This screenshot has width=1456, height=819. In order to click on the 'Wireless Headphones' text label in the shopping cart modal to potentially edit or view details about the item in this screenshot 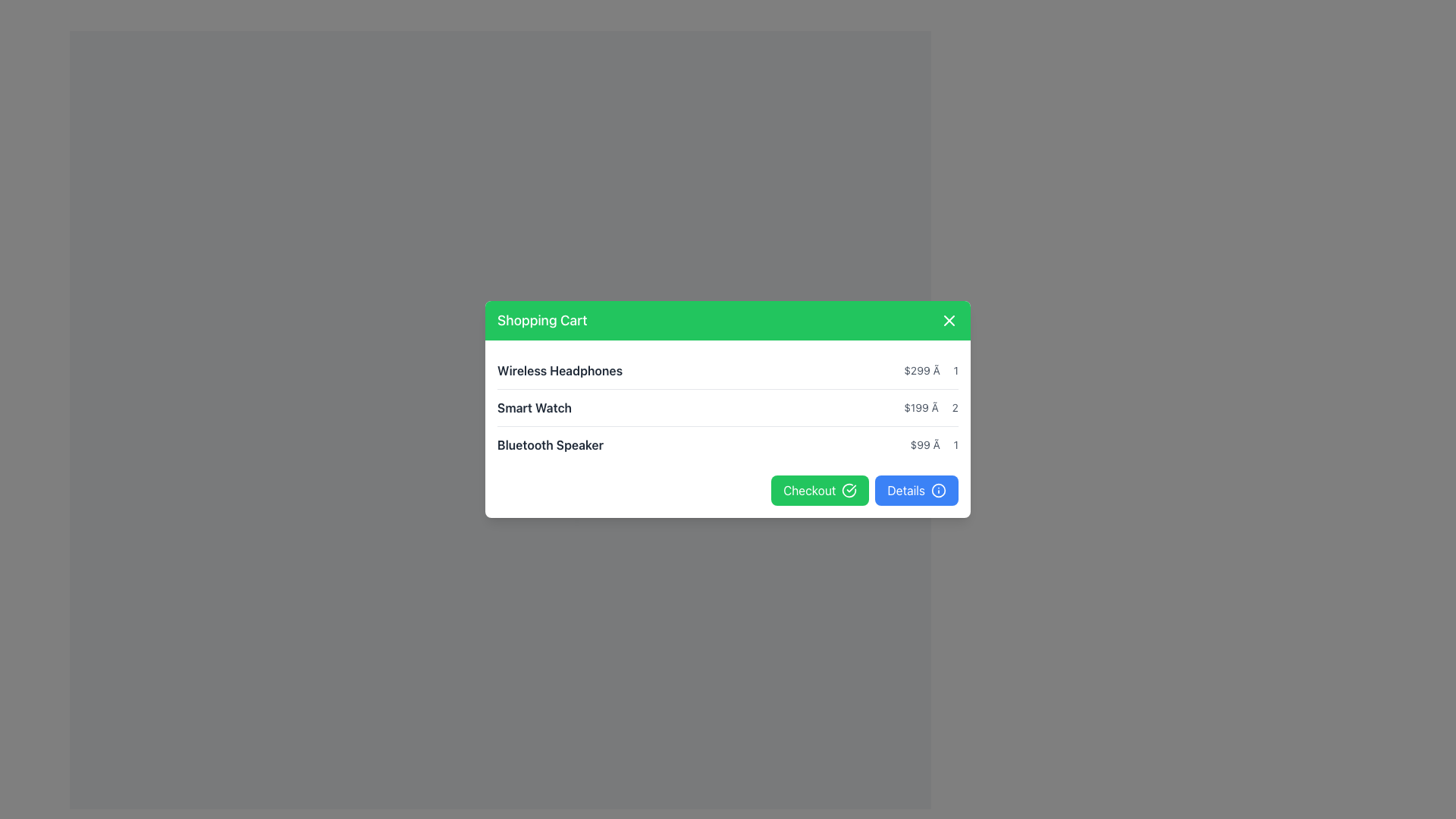, I will do `click(559, 371)`.